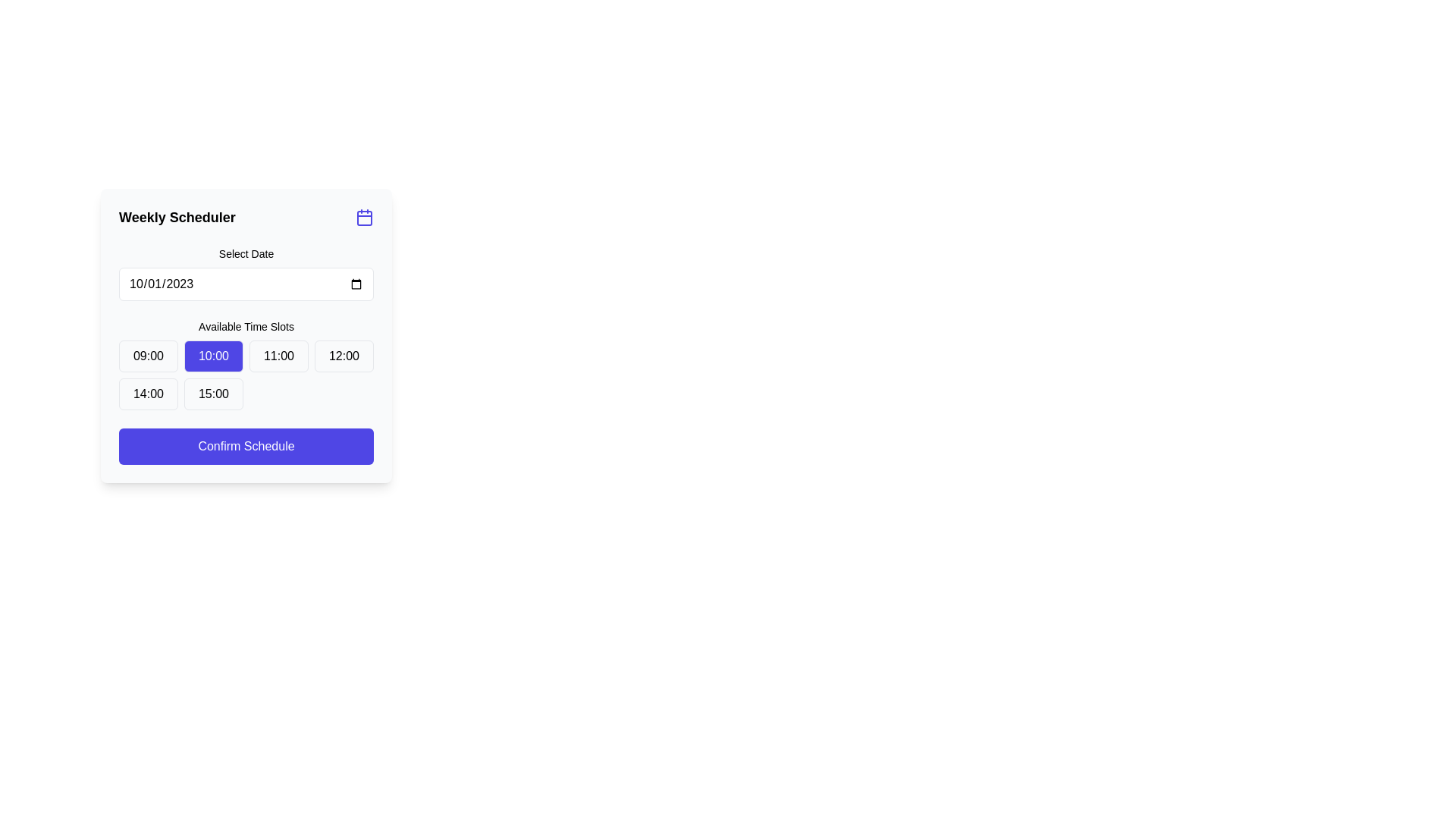 Image resolution: width=1456 pixels, height=819 pixels. Describe the element at coordinates (246, 375) in the screenshot. I see `the highlighted time slot '10:00' in the grid of available time slots` at that location.